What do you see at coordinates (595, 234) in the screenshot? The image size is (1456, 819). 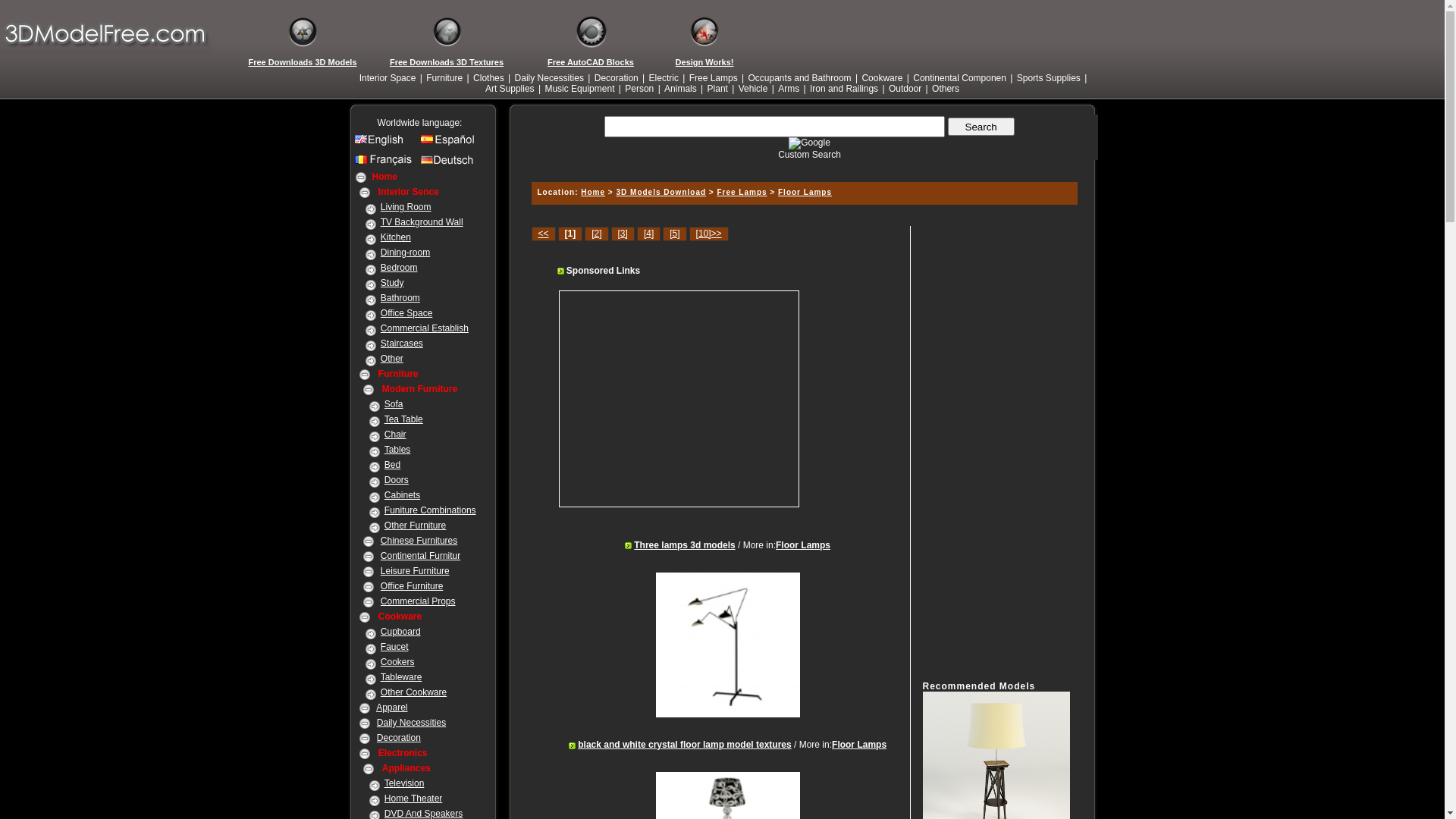 I see `'[2]'` at bounding box center [595, 234].